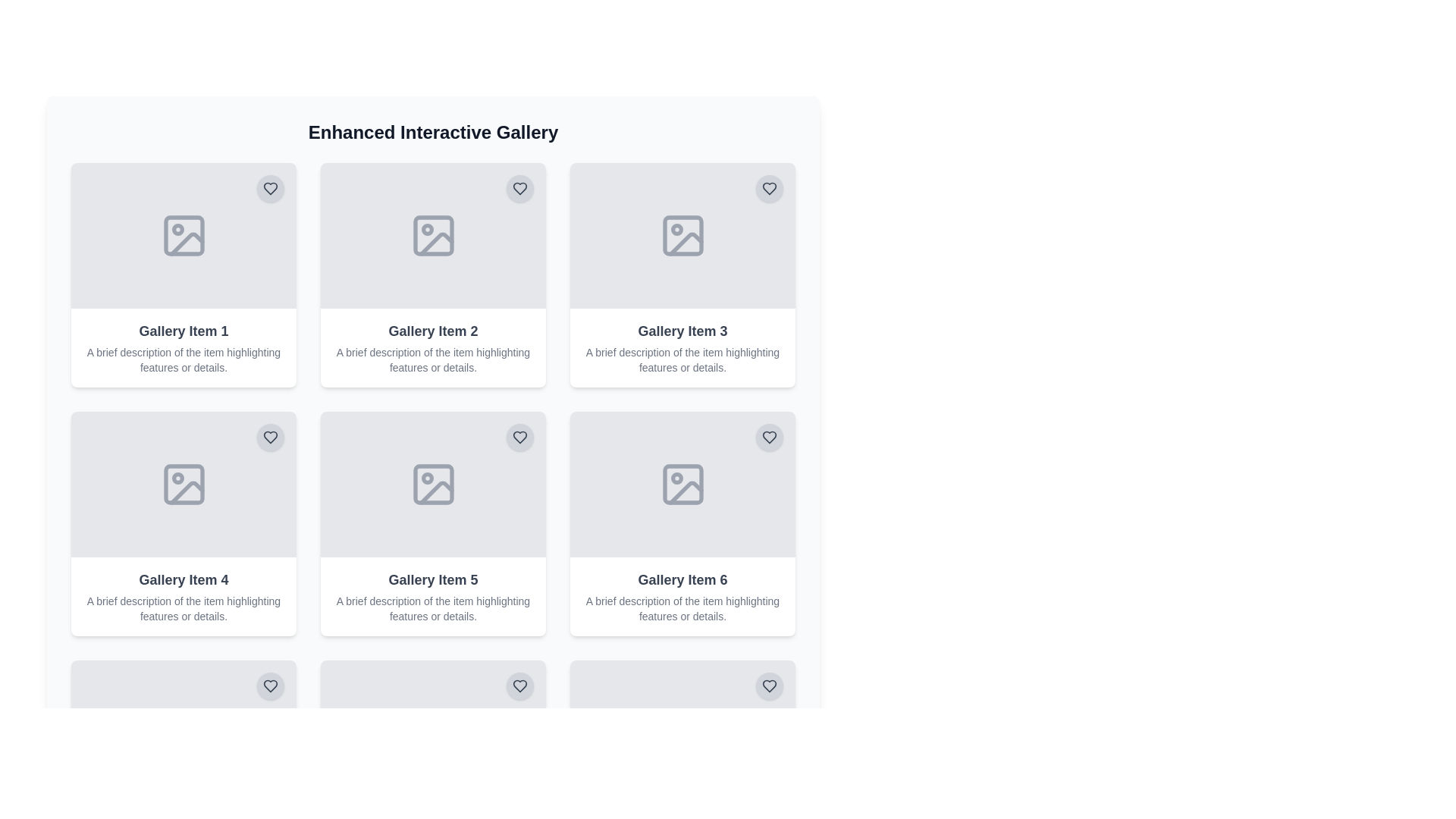 Image resolution: width=1456 pixels, height=819 pixels. I want to click on the small circular dot located within the fifth gallery item, positioned in the second row and the middle column of the grid, so click(426, 479).